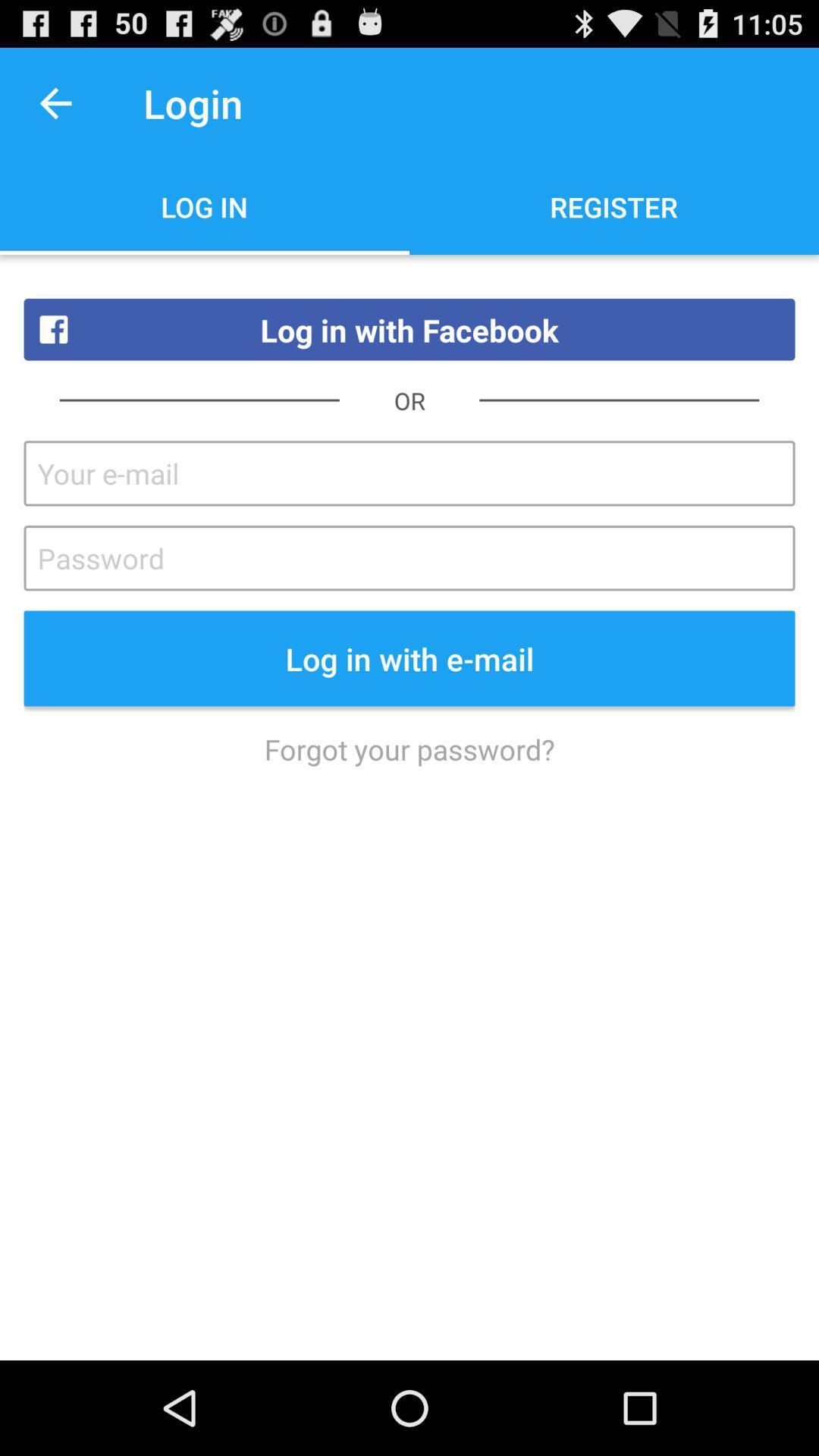 This screenshot has width=819, height=1456. Describe the element at coordinates (409, 557) in the screenshot. I see `password` at that location.